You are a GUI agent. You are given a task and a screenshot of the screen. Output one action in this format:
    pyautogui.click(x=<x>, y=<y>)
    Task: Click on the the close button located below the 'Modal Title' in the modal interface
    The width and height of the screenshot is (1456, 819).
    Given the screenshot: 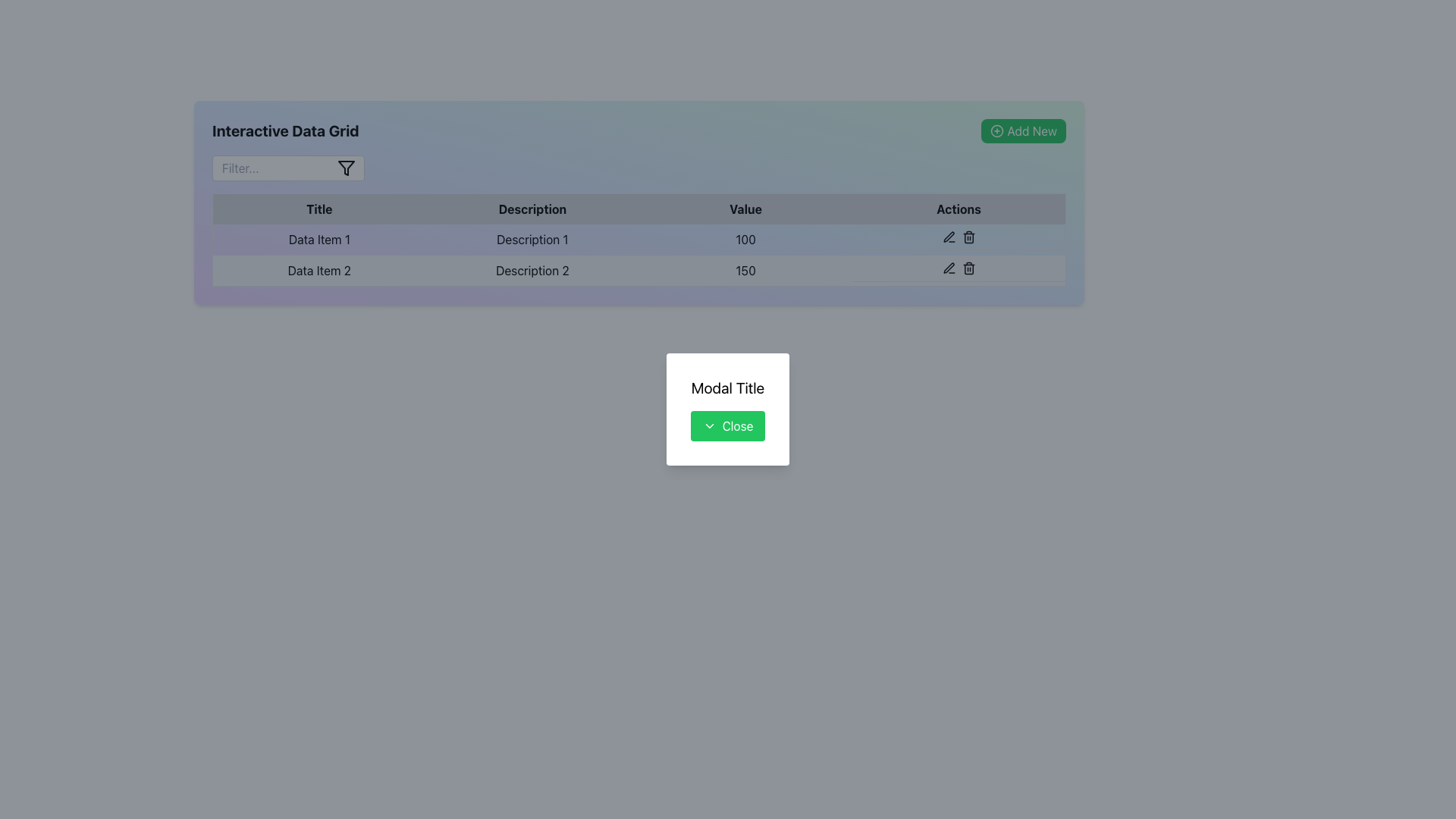 What is the action you would take?
    pyautogui.click(x=728, y=426)
    